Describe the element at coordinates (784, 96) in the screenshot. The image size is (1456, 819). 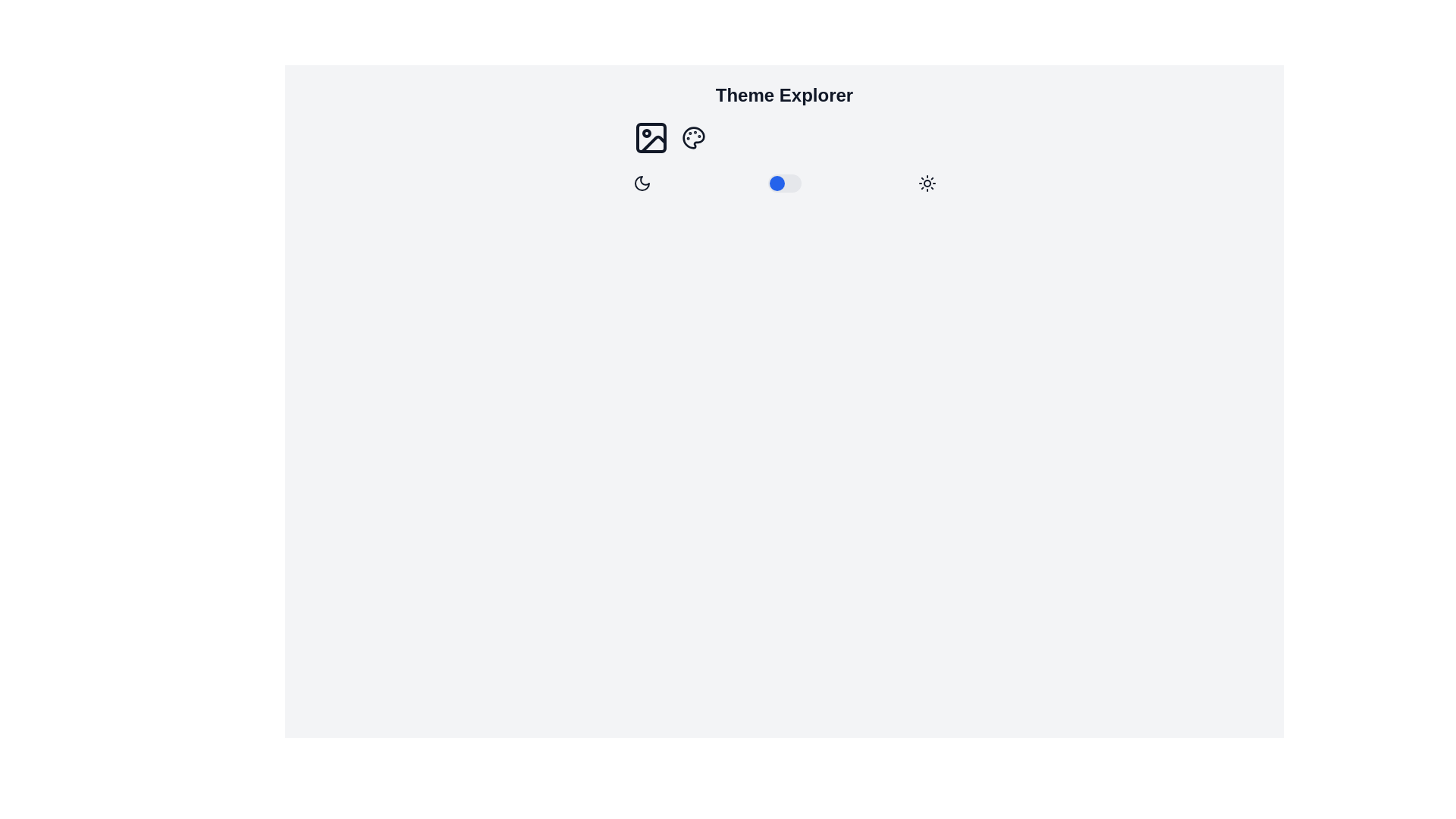
I see `bold and enlarged text label displaying 'Theme Explorer' located at the topmost position of the interface, serving as the main title of the section` at that location.